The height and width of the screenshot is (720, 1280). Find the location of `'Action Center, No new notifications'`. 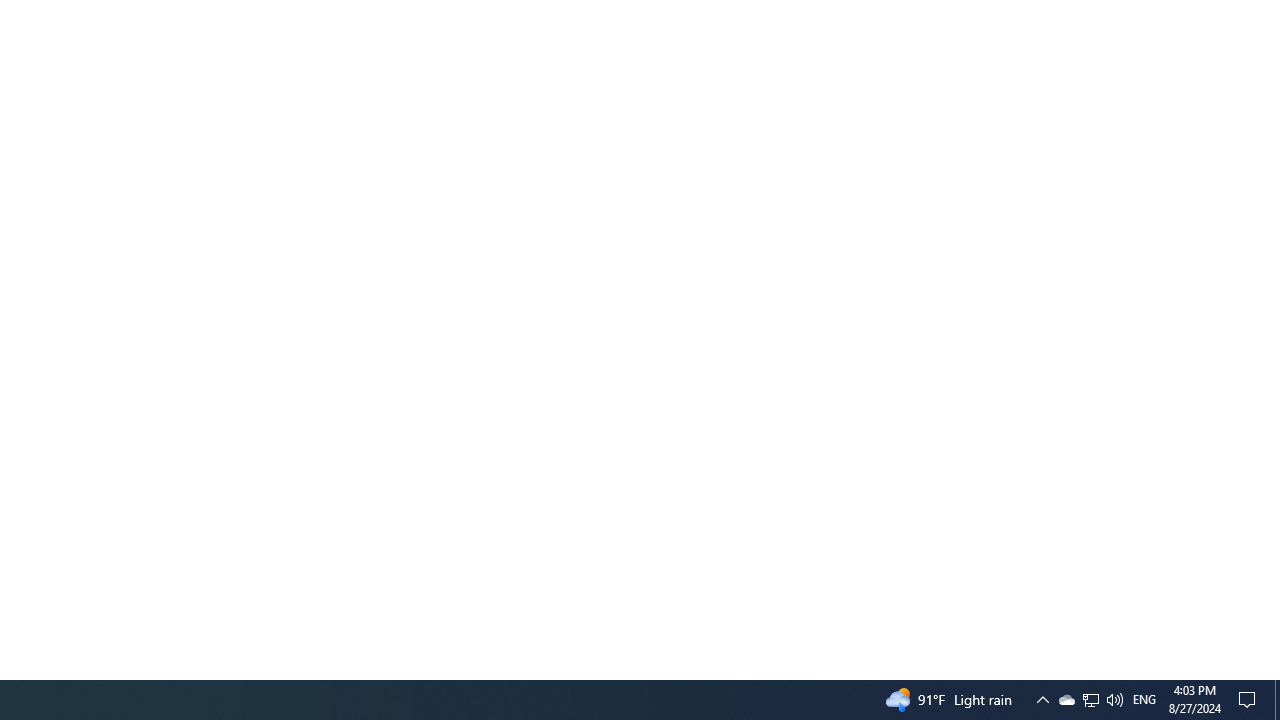

'Action Center, No new notifications' is located at coordinates (1250, 698).